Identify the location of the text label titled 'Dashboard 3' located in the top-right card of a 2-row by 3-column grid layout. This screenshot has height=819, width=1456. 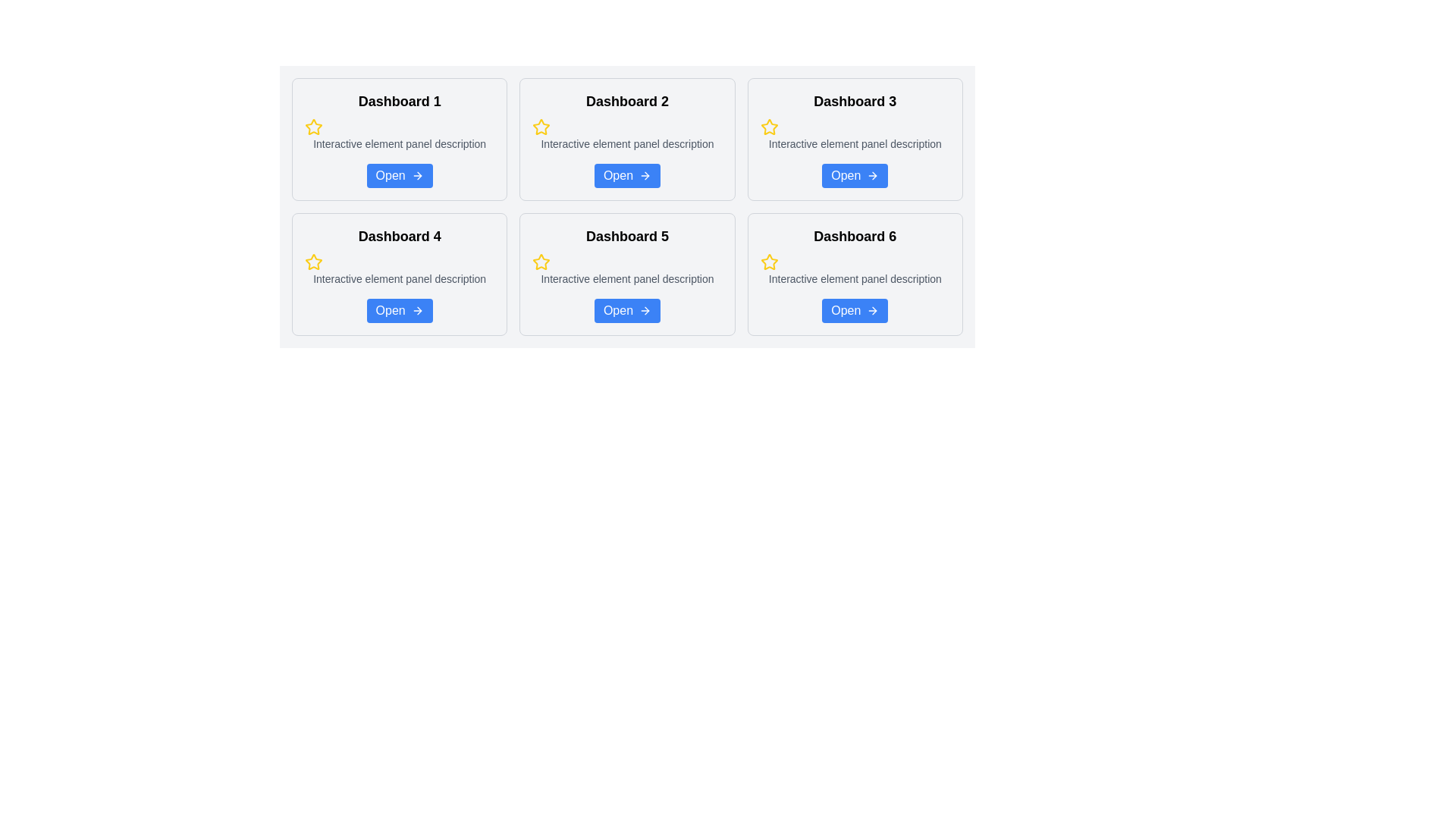
(855, 102).